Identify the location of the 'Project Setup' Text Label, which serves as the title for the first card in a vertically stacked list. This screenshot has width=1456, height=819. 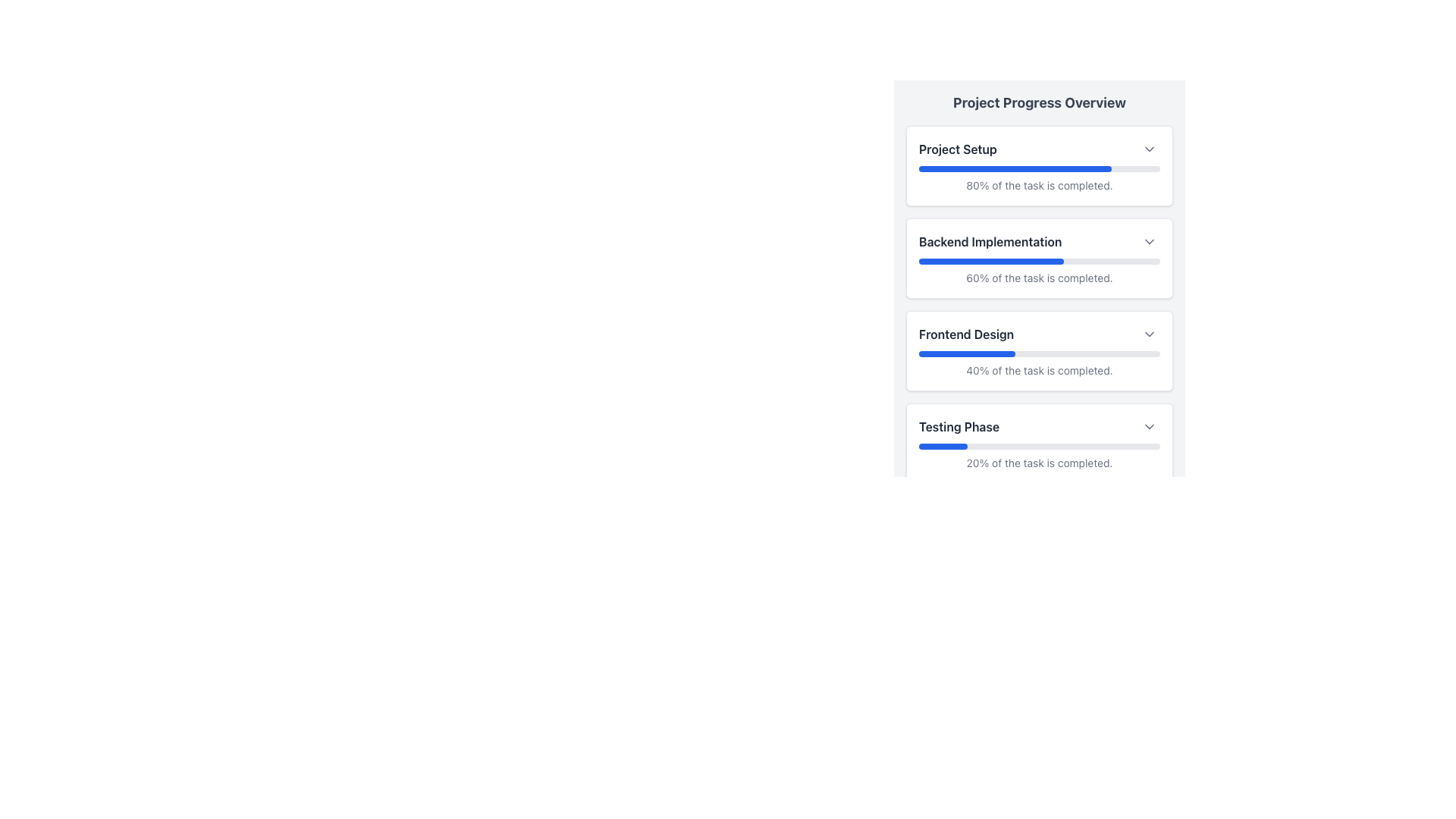
(957, 149).